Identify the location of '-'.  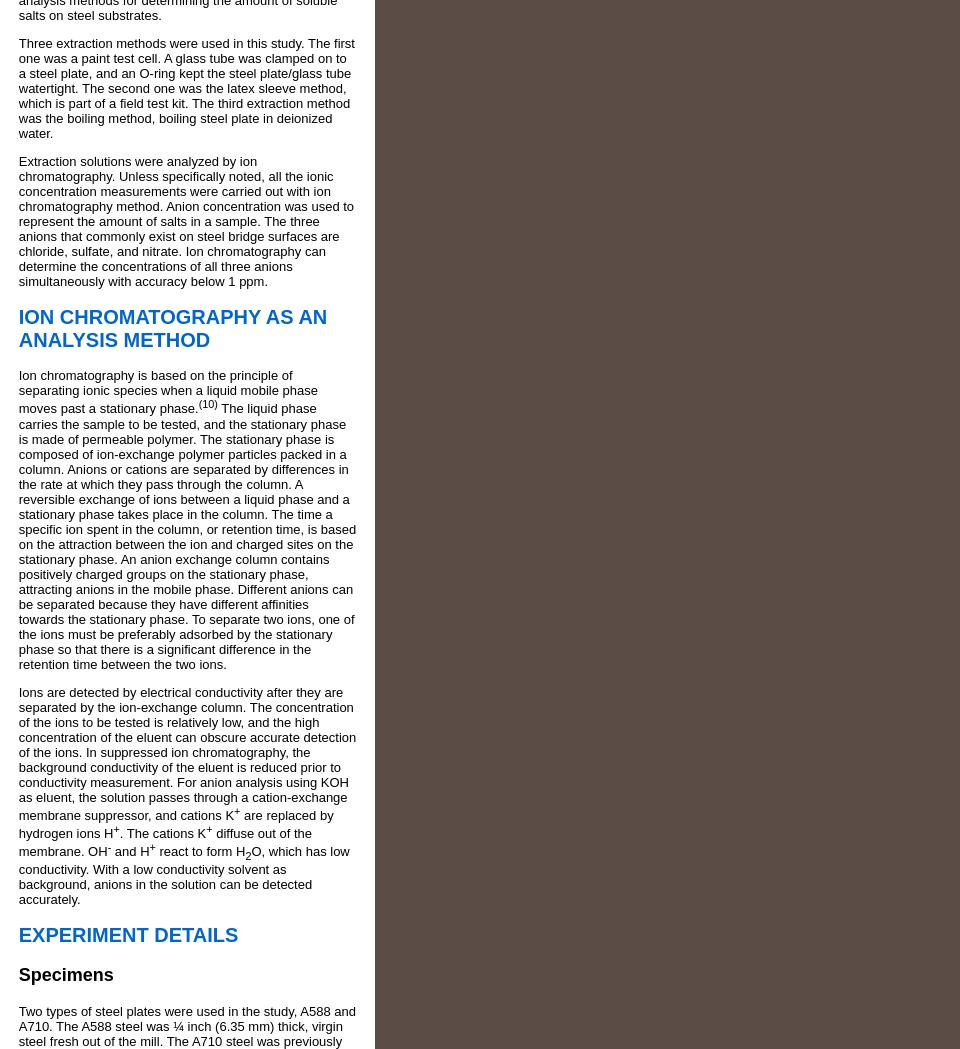
(108, 845).